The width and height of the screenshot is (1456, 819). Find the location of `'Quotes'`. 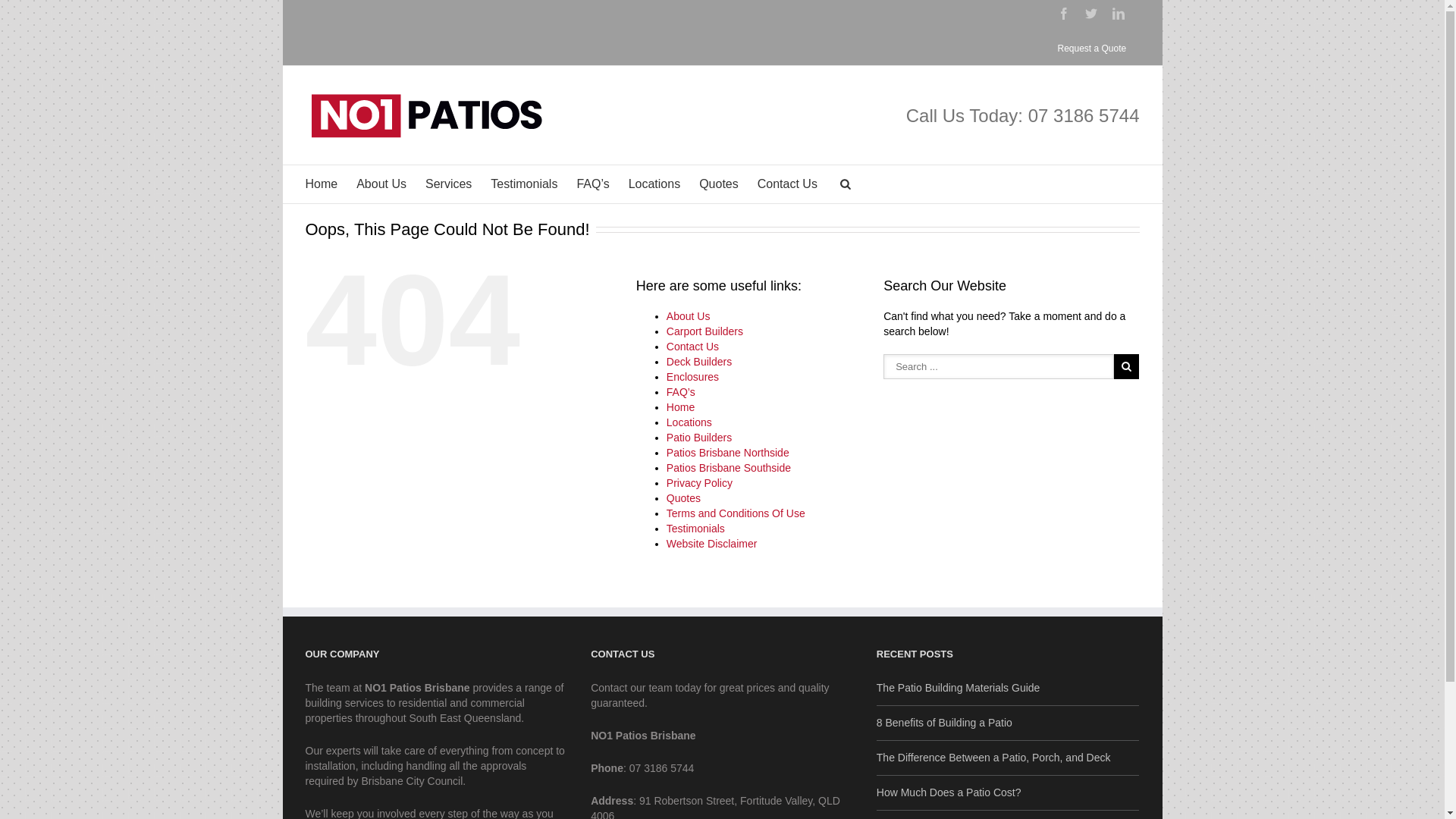

'Quotes' is located at coordinates (718, 184).